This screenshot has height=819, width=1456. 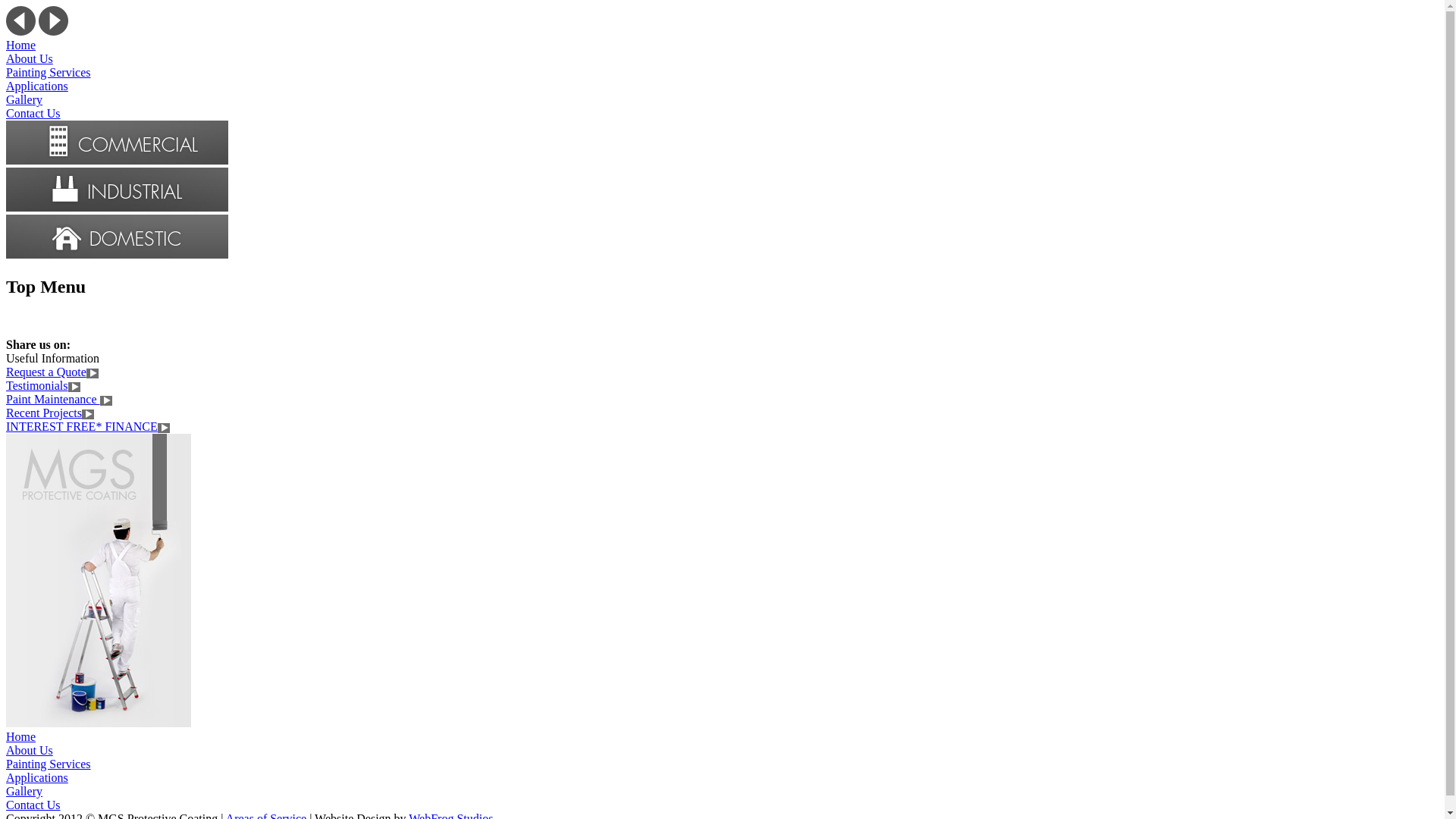 I want to click on 'Get your property painted my the best at MGS', so click(x=97, y=580).